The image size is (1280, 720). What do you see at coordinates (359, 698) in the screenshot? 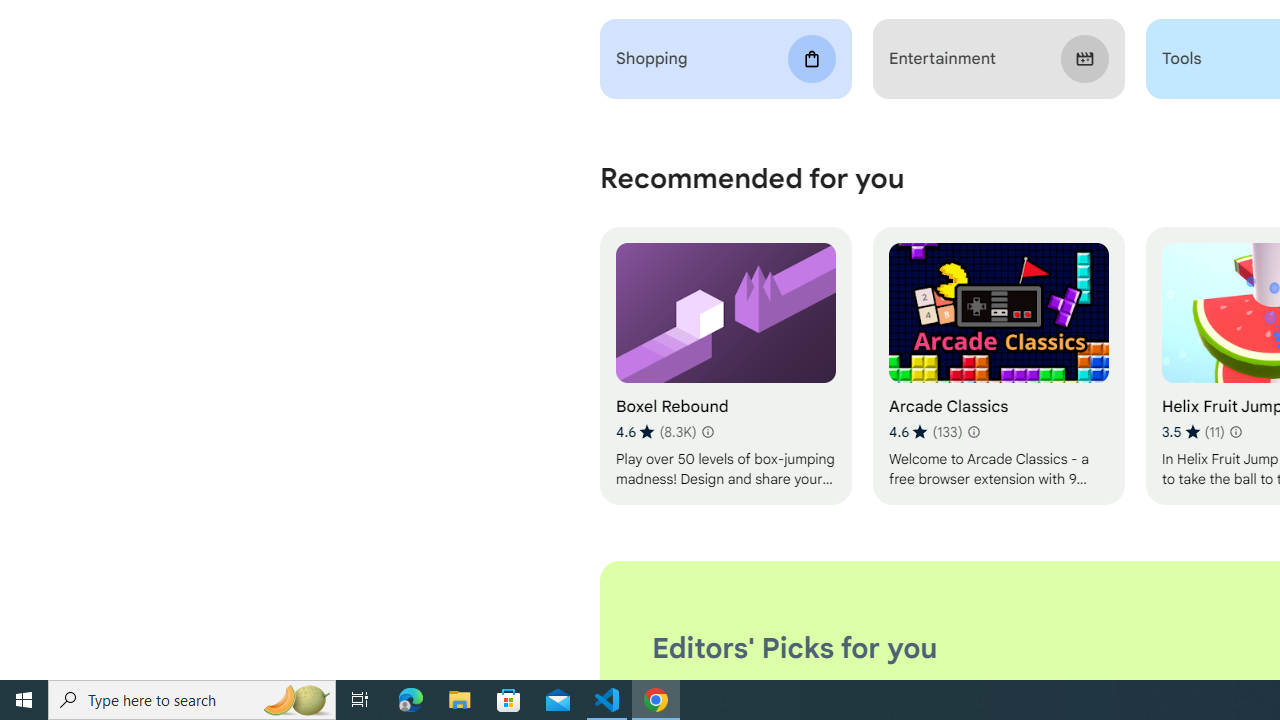
I see `'Task View'` at bounding box center [359, 698].